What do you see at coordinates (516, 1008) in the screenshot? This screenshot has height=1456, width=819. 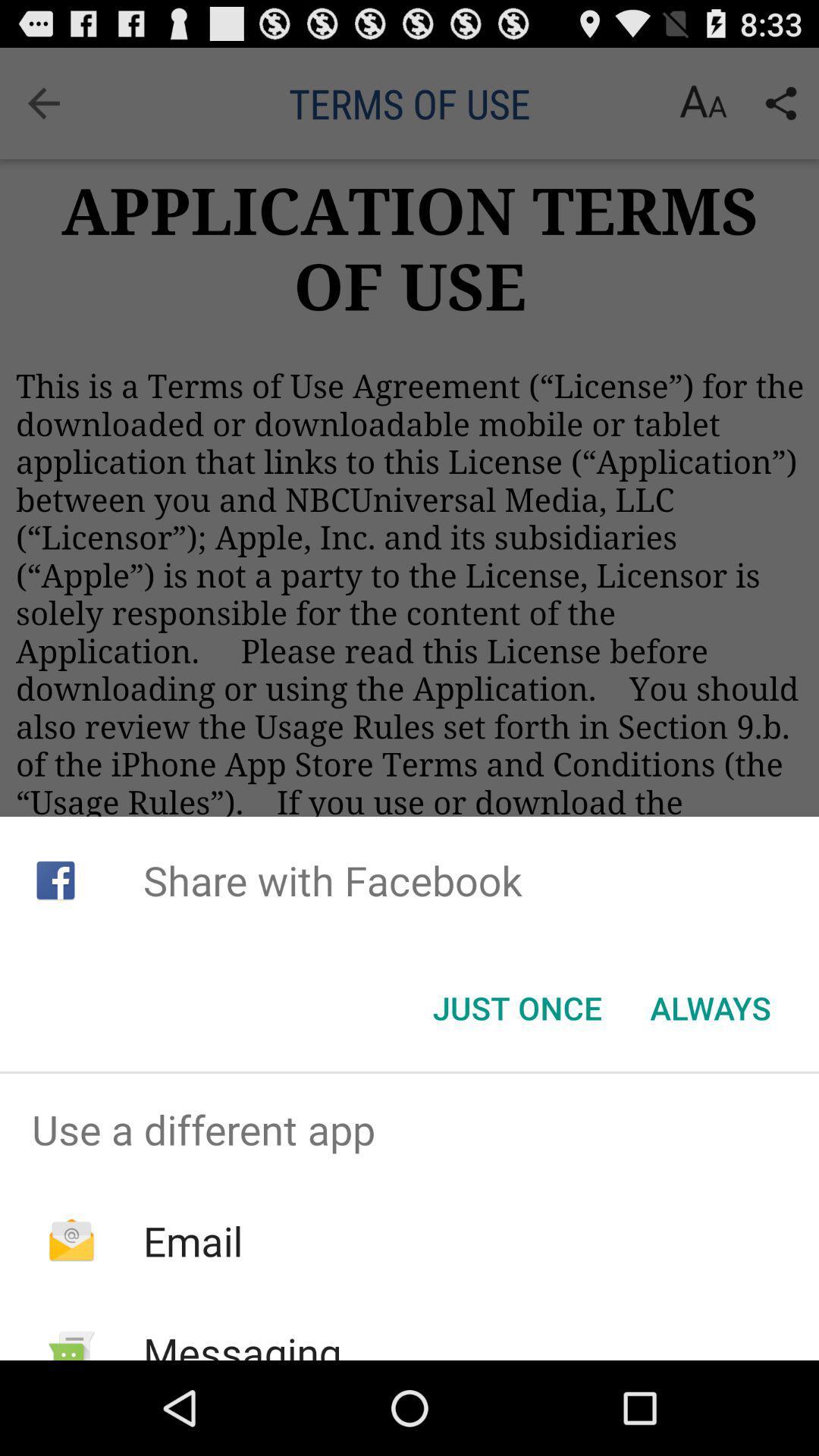 I see `the icon below share with facebook item` at bounding box center [516, 1008].